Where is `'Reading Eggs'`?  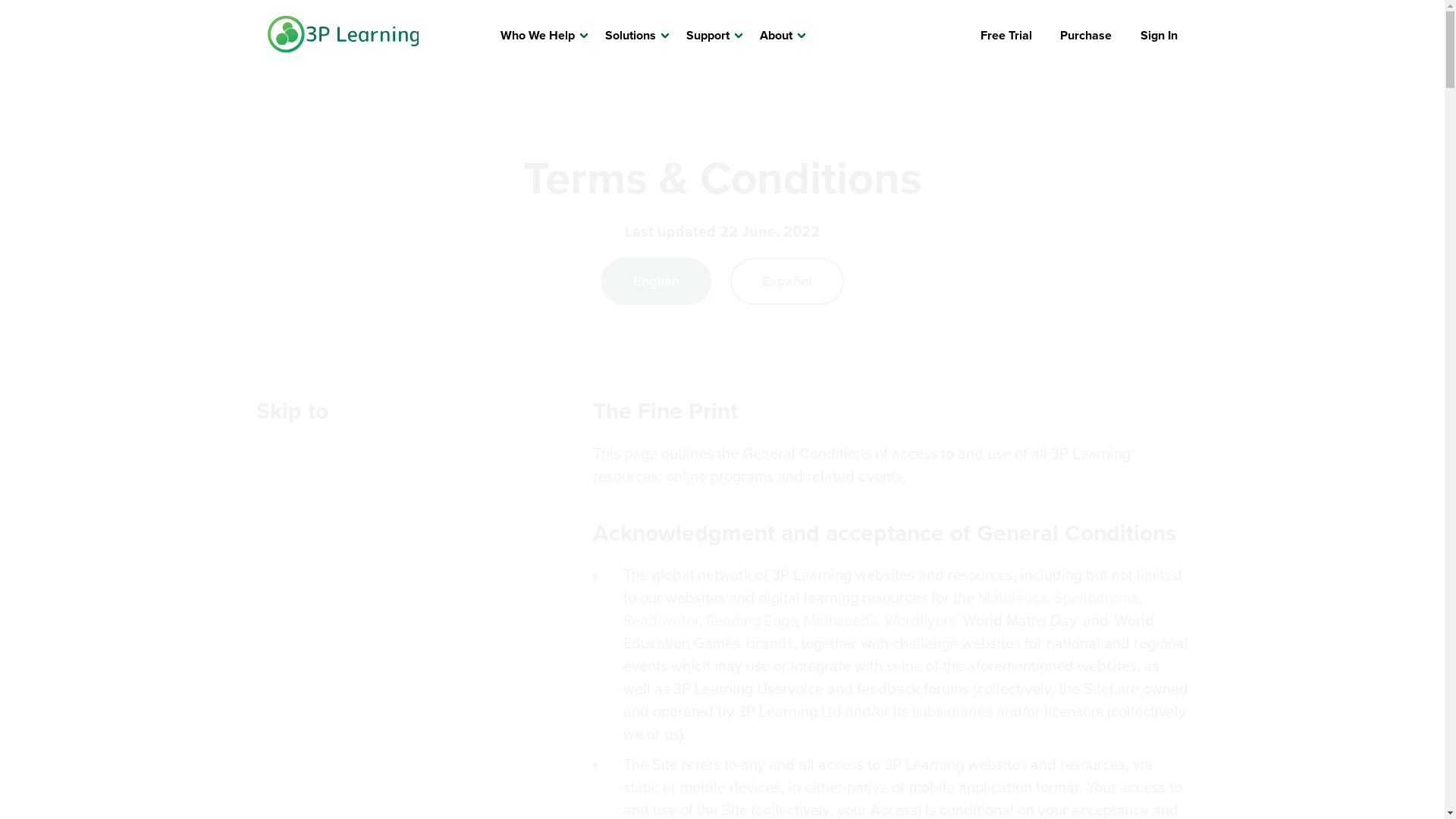
'Reading Eggs' is located at coordinates (751, 620).